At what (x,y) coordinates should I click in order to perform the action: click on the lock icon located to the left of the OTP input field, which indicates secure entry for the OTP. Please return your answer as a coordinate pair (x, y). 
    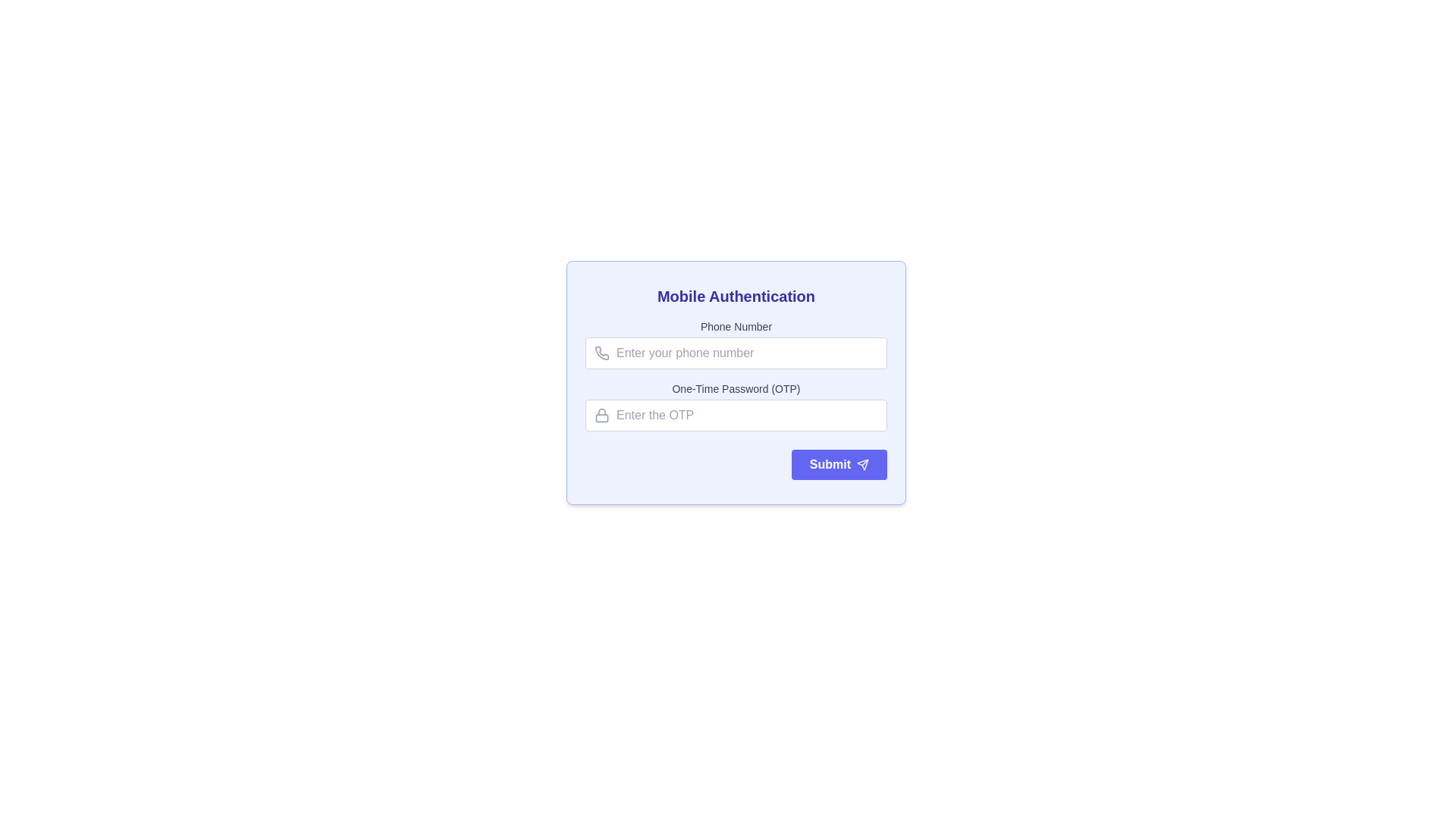
    Looking at the image, I should click on (601, 415).